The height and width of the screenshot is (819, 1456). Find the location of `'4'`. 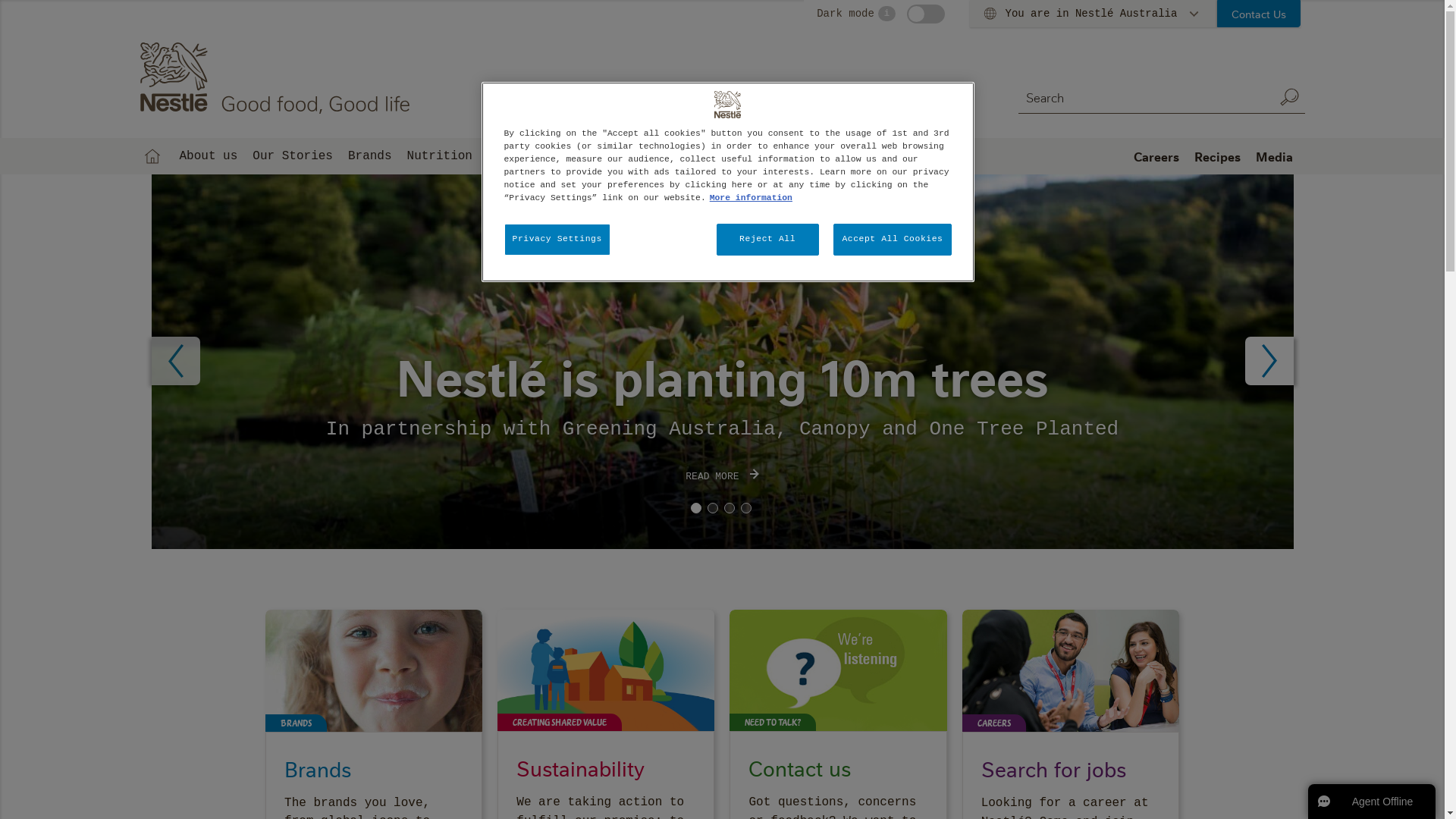

'4' is located at coordinates (745, 508).